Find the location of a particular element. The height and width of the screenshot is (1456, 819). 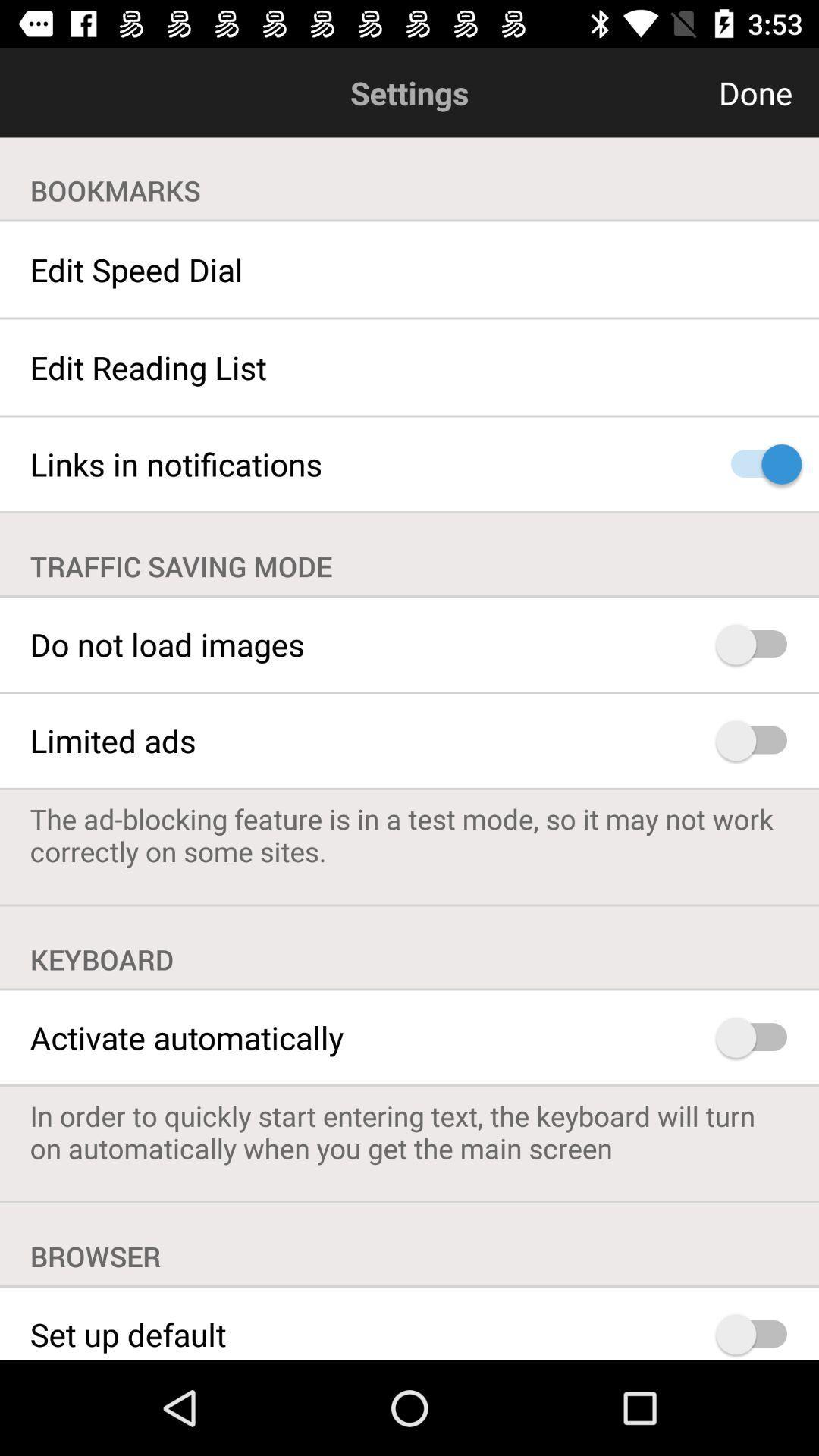

set as default is located at coordinates (758, 1333).